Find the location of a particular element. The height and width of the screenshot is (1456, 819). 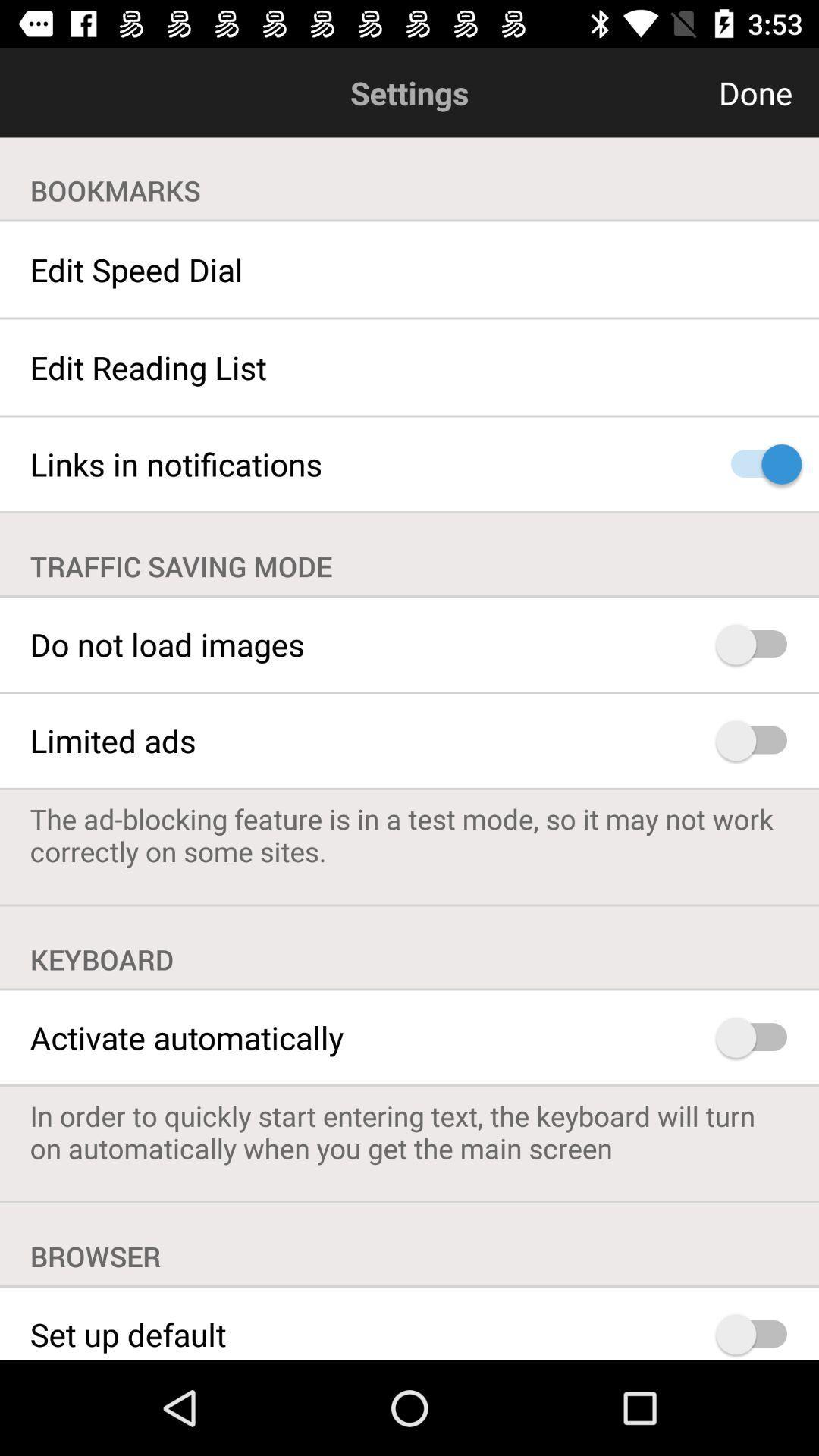

set as default is located at coordinates (758, 1333).